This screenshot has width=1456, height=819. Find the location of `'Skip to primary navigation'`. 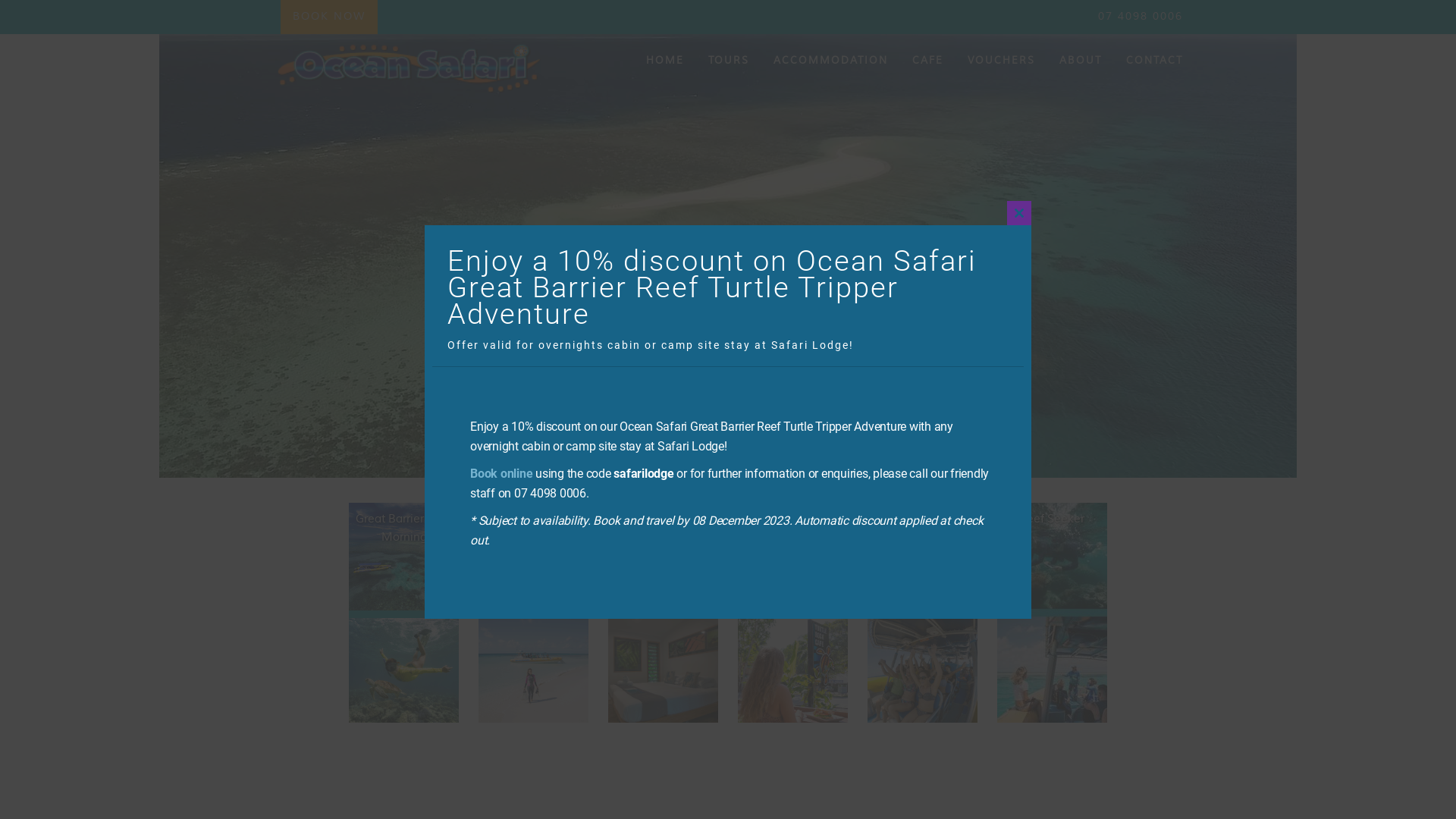

'Skip to primary navigation' is located at coordinates (0, 0).